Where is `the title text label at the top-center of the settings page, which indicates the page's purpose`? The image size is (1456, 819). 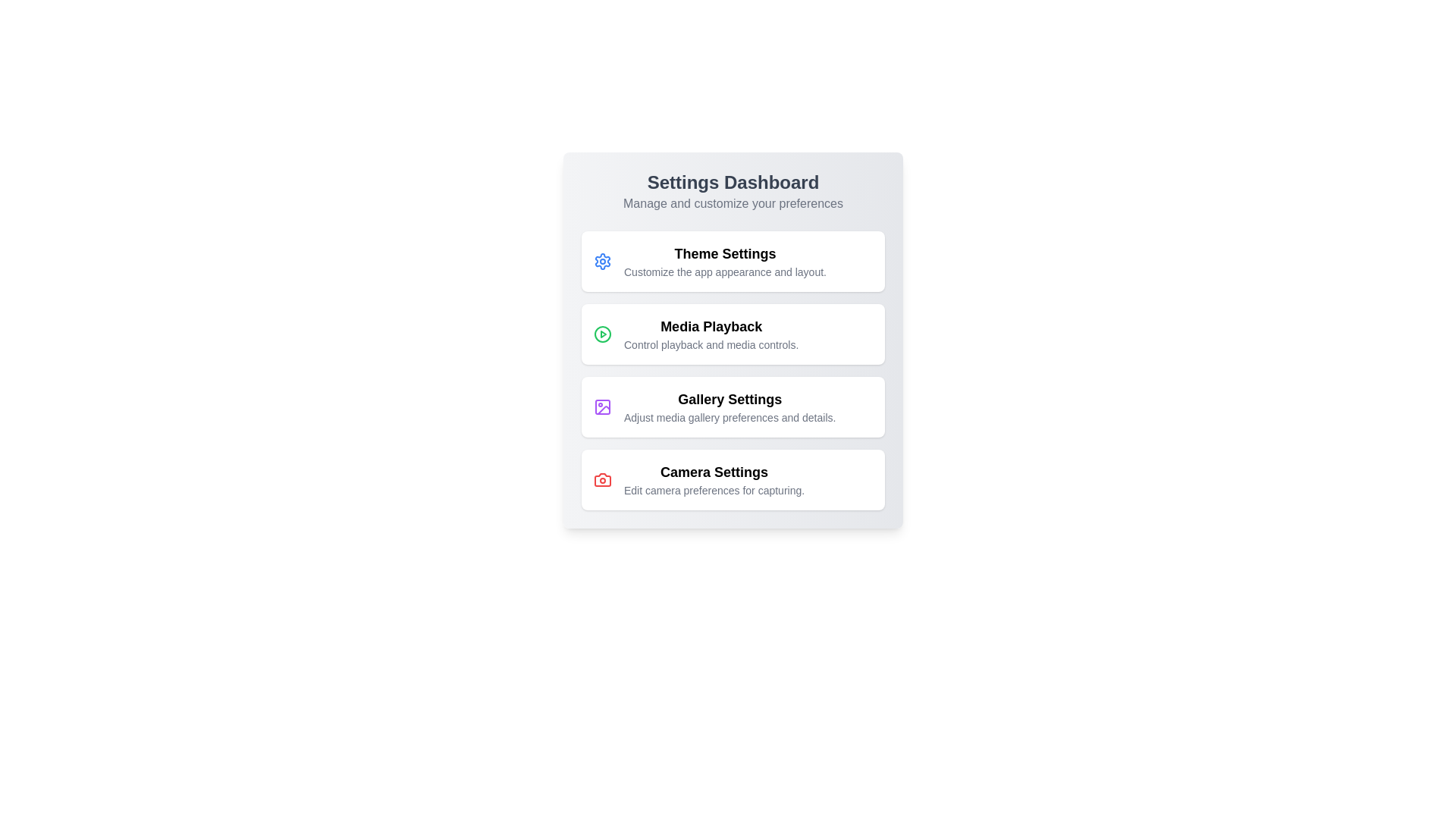
the title text label at the top-center of the settings page, which indicates the page's purpose is located at coordinates (733, 181).